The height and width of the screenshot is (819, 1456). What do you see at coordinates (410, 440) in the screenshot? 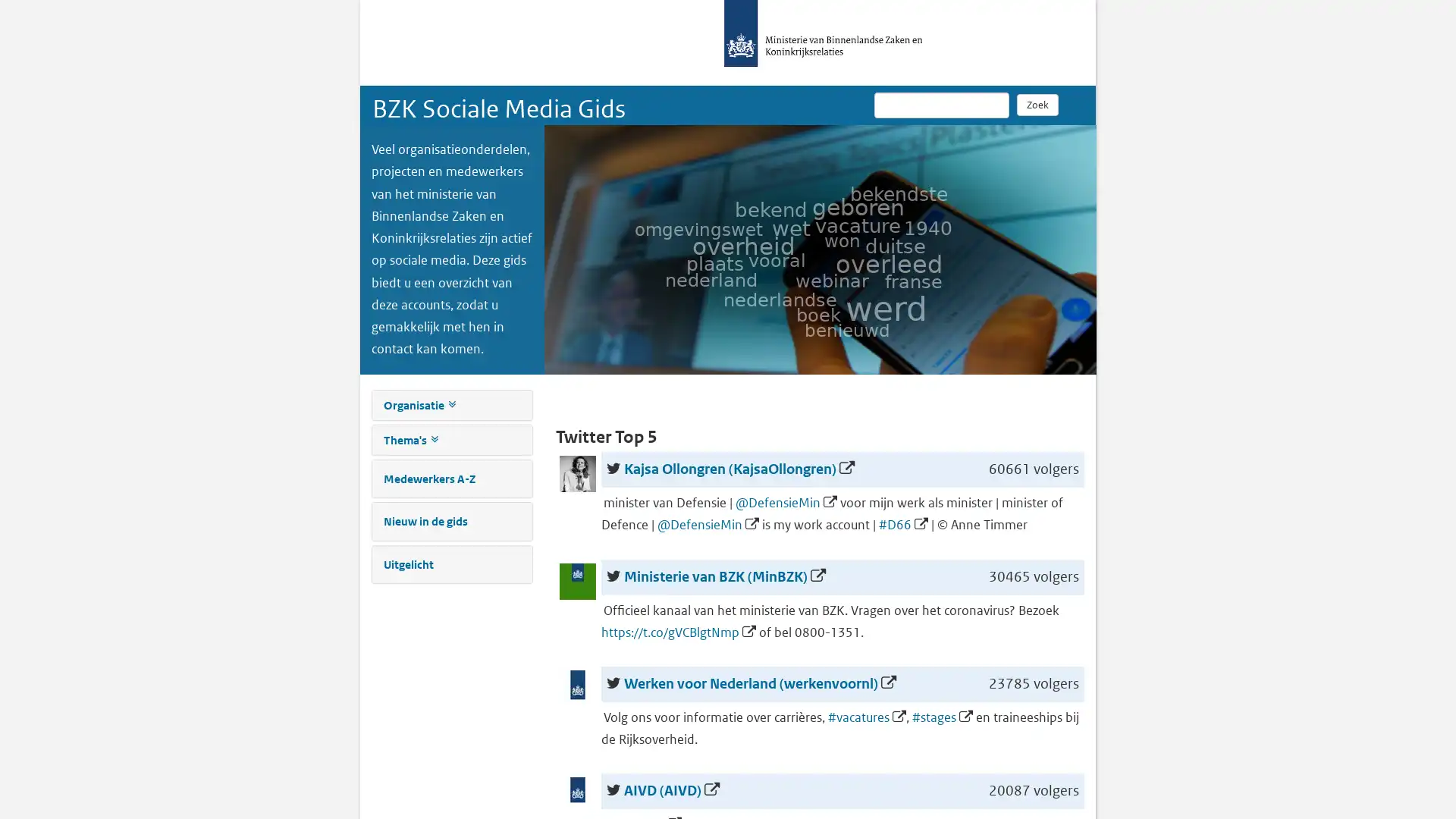
I see `Thema's` at bounding box center [410, 440].